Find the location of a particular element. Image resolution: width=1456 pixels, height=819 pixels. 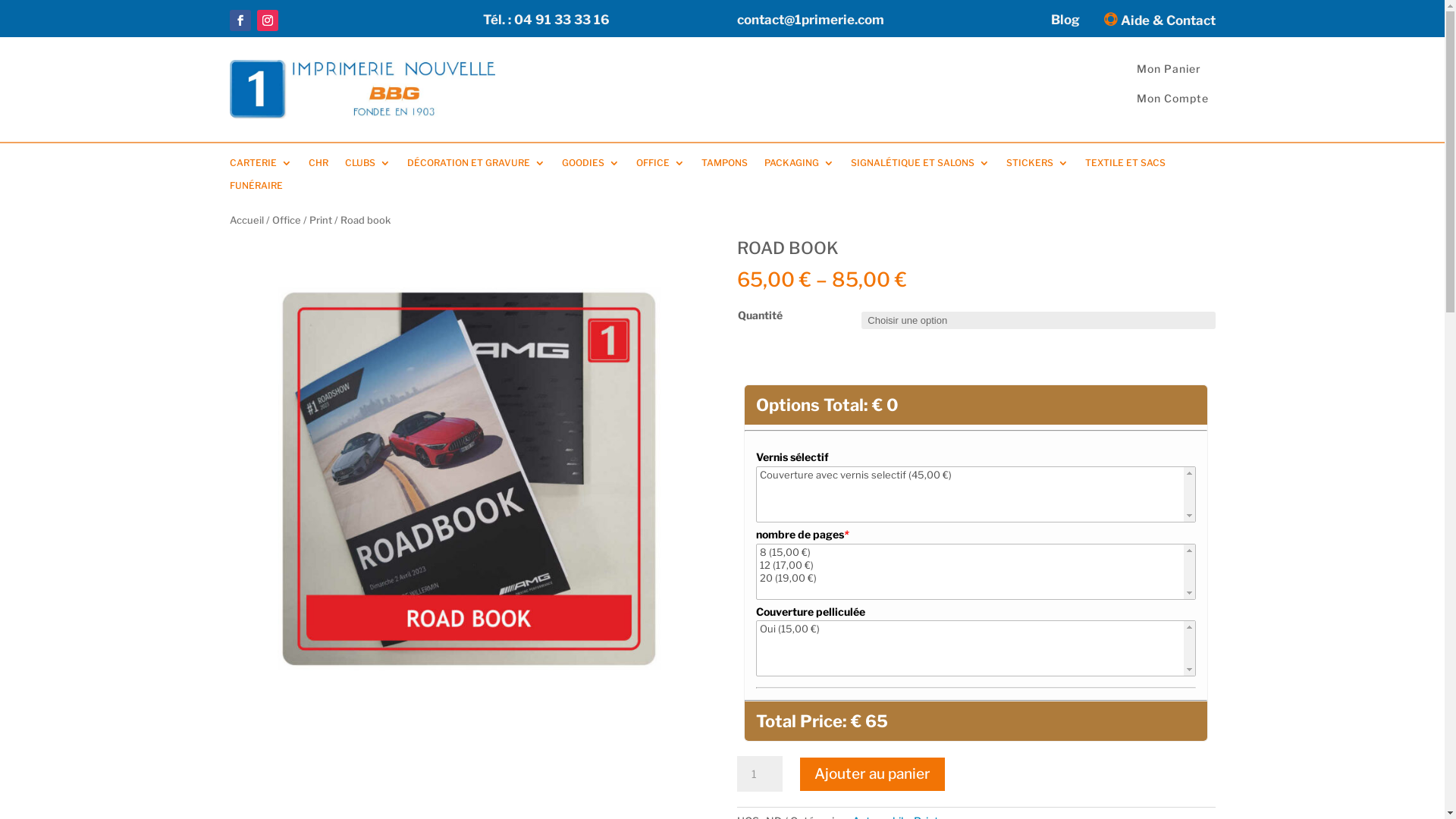

'Office' is located at coordinates (271, 220).